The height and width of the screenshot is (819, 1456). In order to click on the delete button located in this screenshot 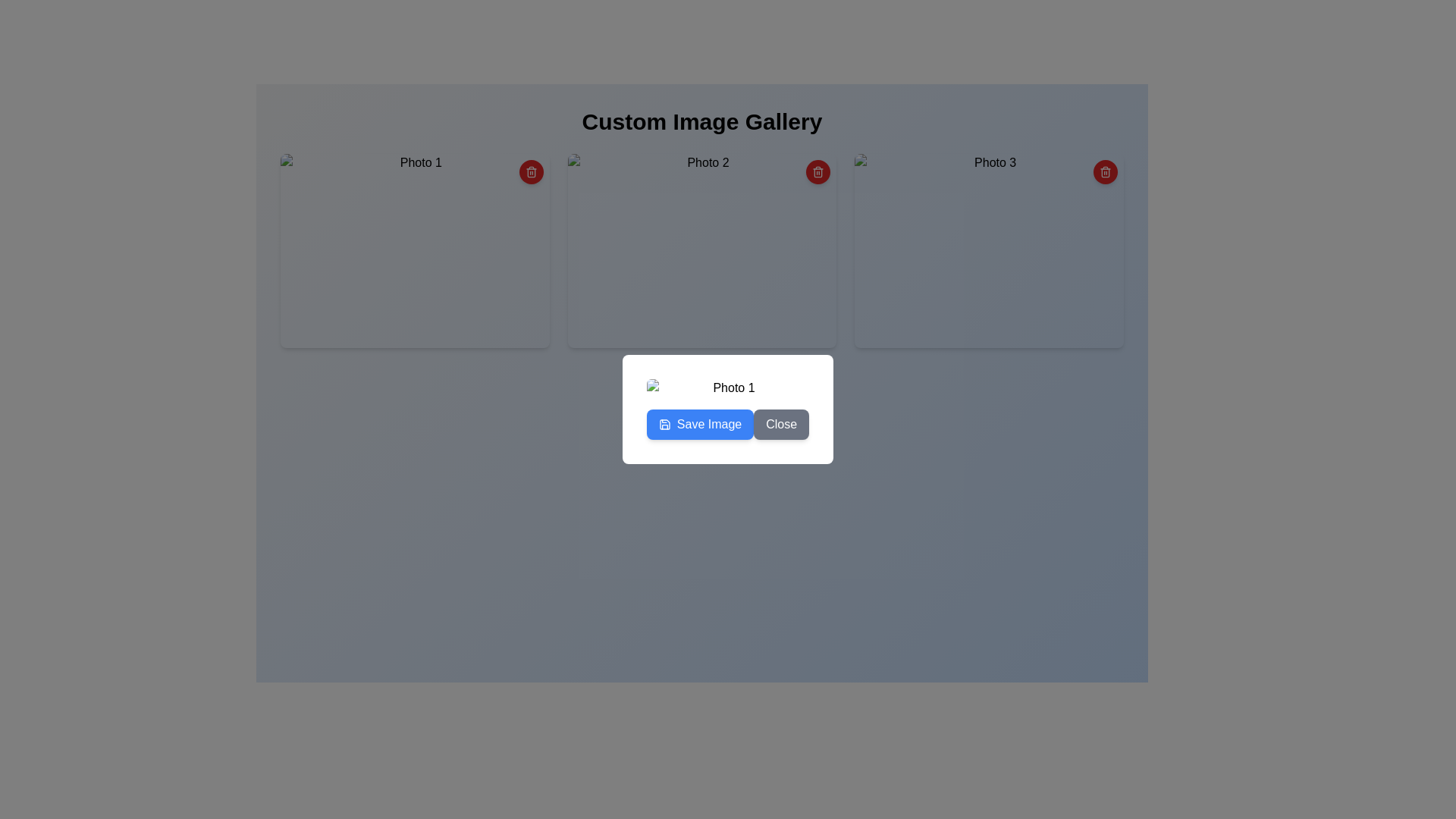, I will do `click(1106, 171)`.